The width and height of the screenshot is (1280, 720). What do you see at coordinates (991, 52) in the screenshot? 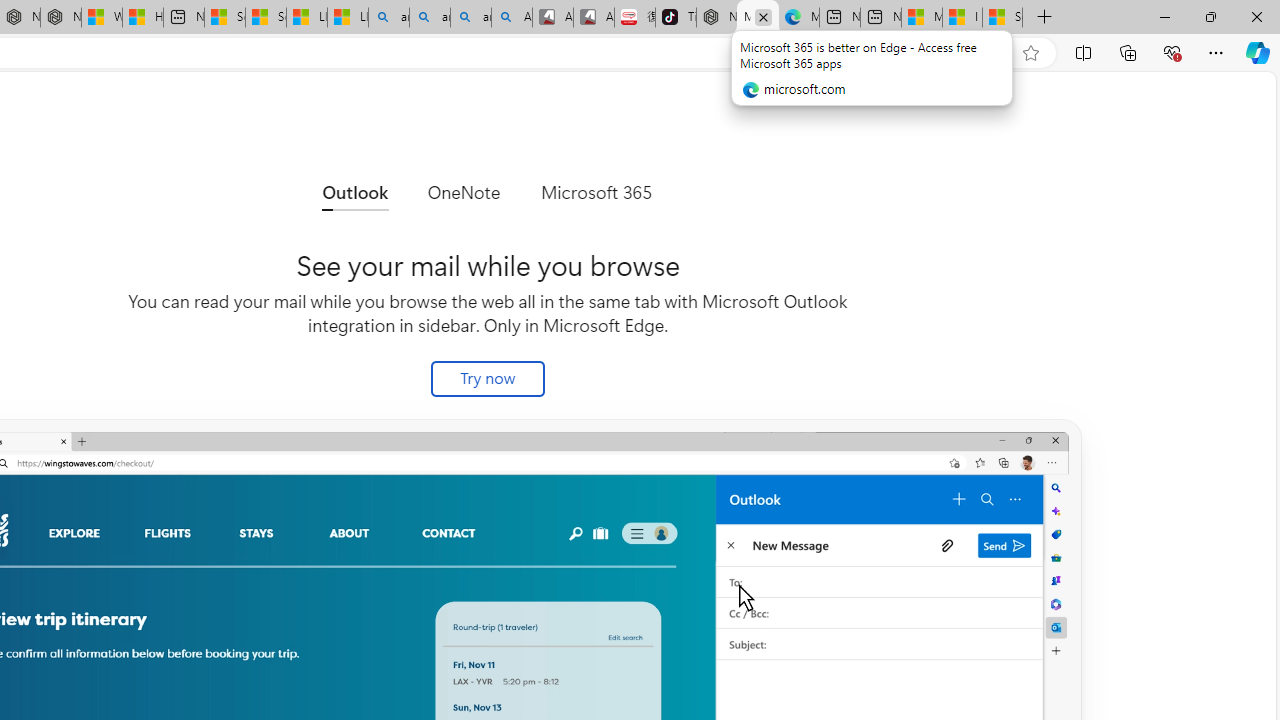
I see `'Enhance video'` at bounding box center [991, 52].